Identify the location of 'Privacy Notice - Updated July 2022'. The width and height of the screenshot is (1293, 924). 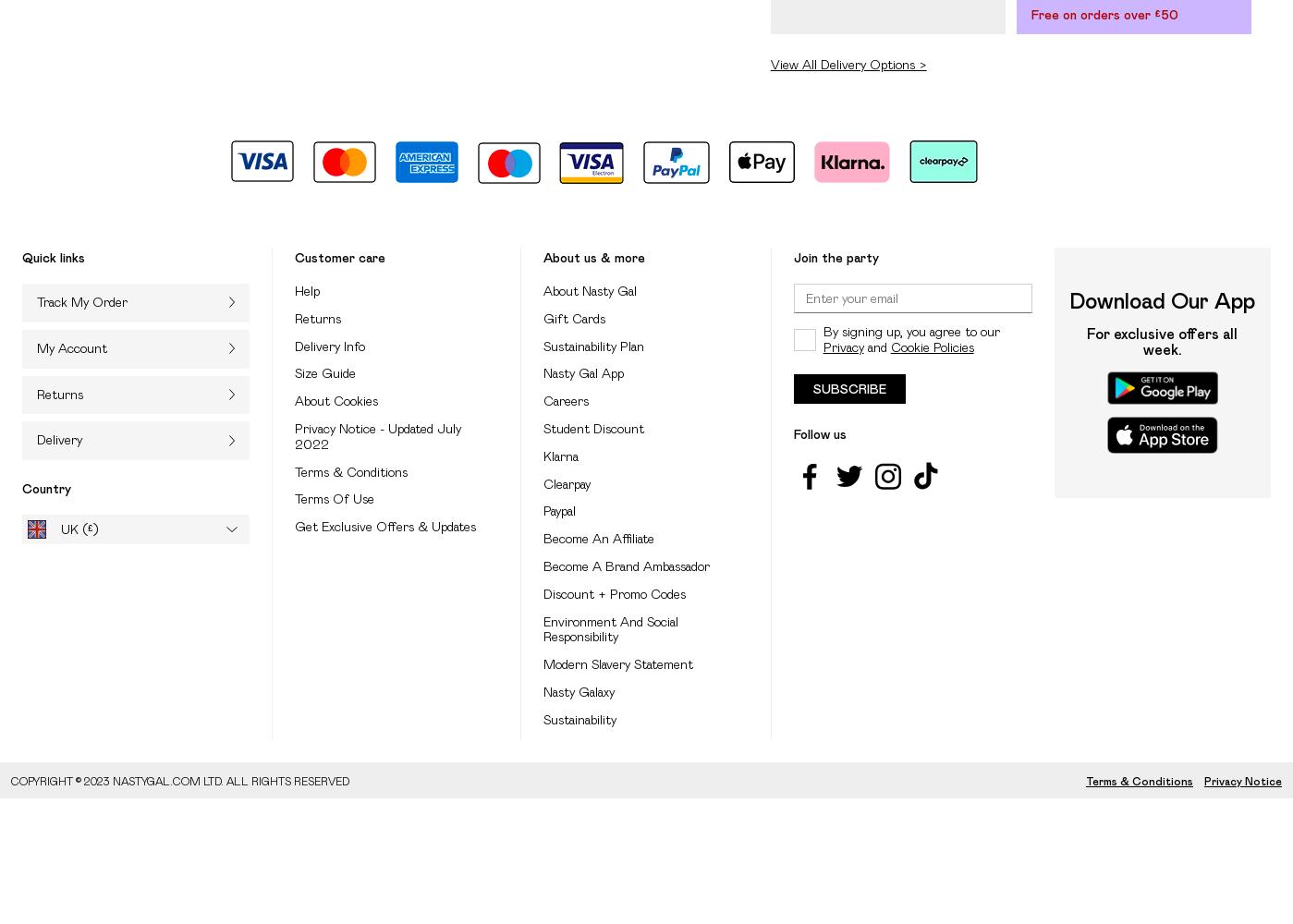
(294, 434).